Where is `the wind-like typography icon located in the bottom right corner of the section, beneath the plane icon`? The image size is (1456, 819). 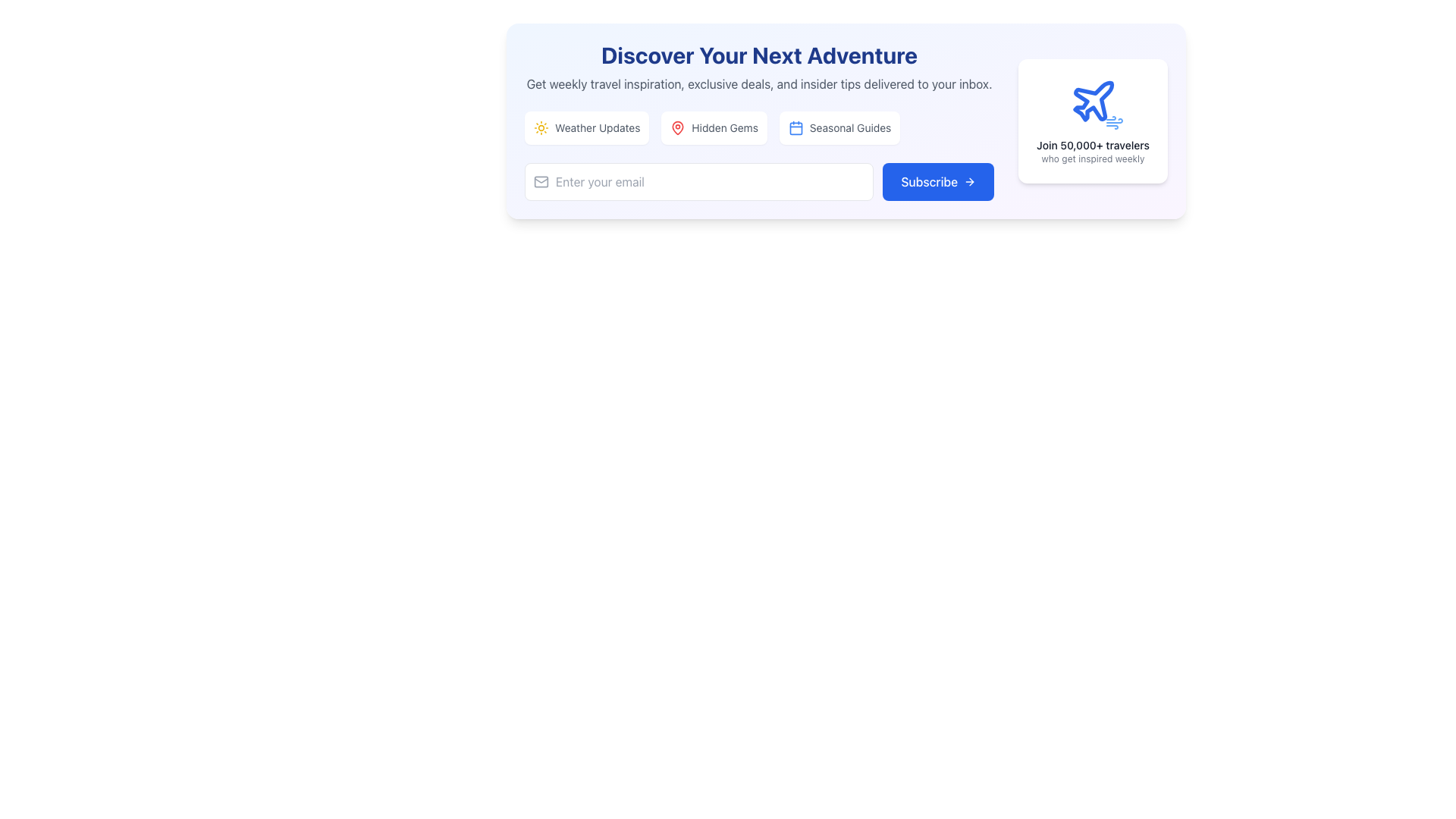 the wind-like typography icon located in the bottom right corner of the section, beneath the plane icon is located at coordinates (1114, 122).